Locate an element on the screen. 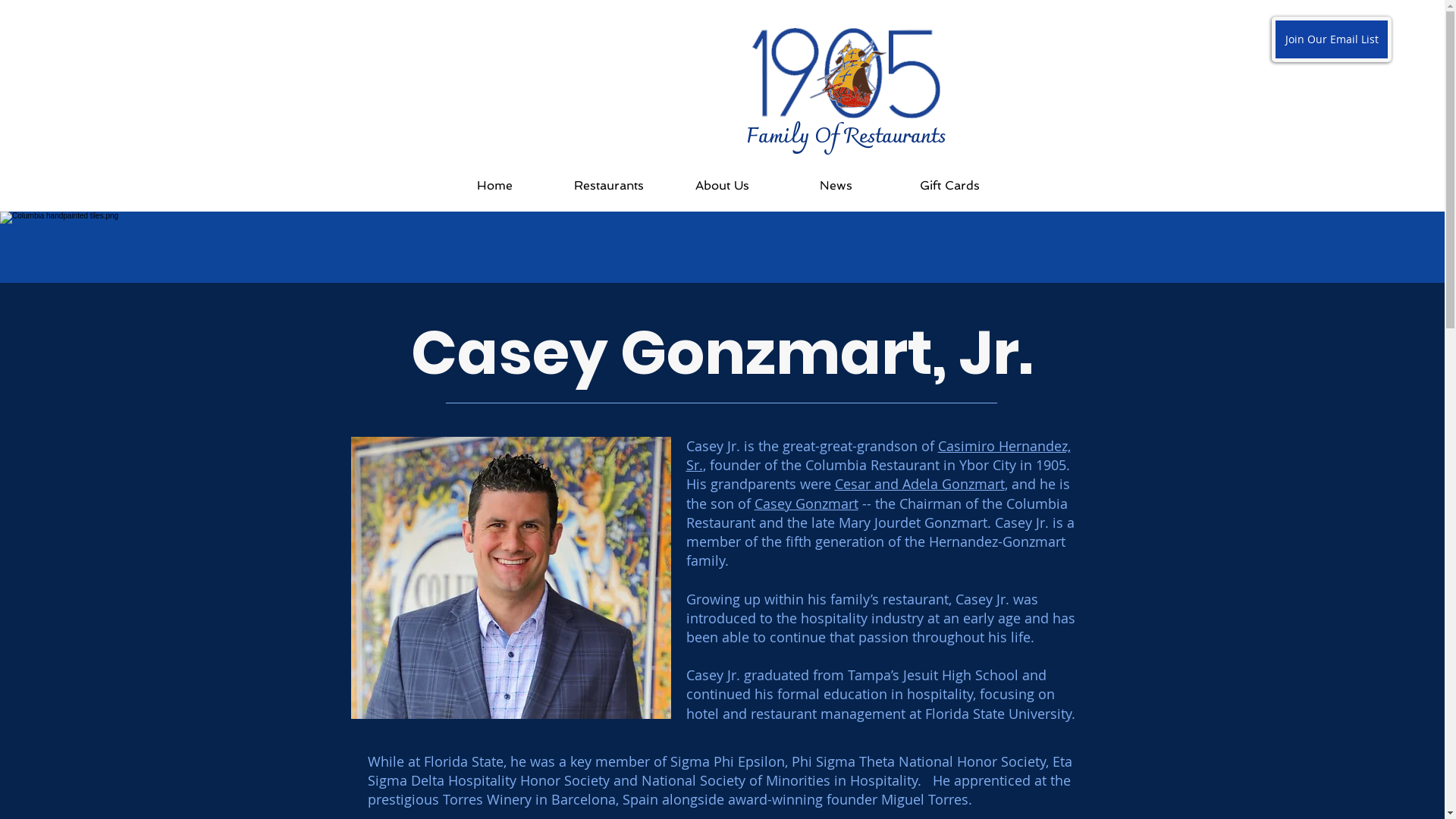  'Gift Cards' is located at coordinates (949, 185).